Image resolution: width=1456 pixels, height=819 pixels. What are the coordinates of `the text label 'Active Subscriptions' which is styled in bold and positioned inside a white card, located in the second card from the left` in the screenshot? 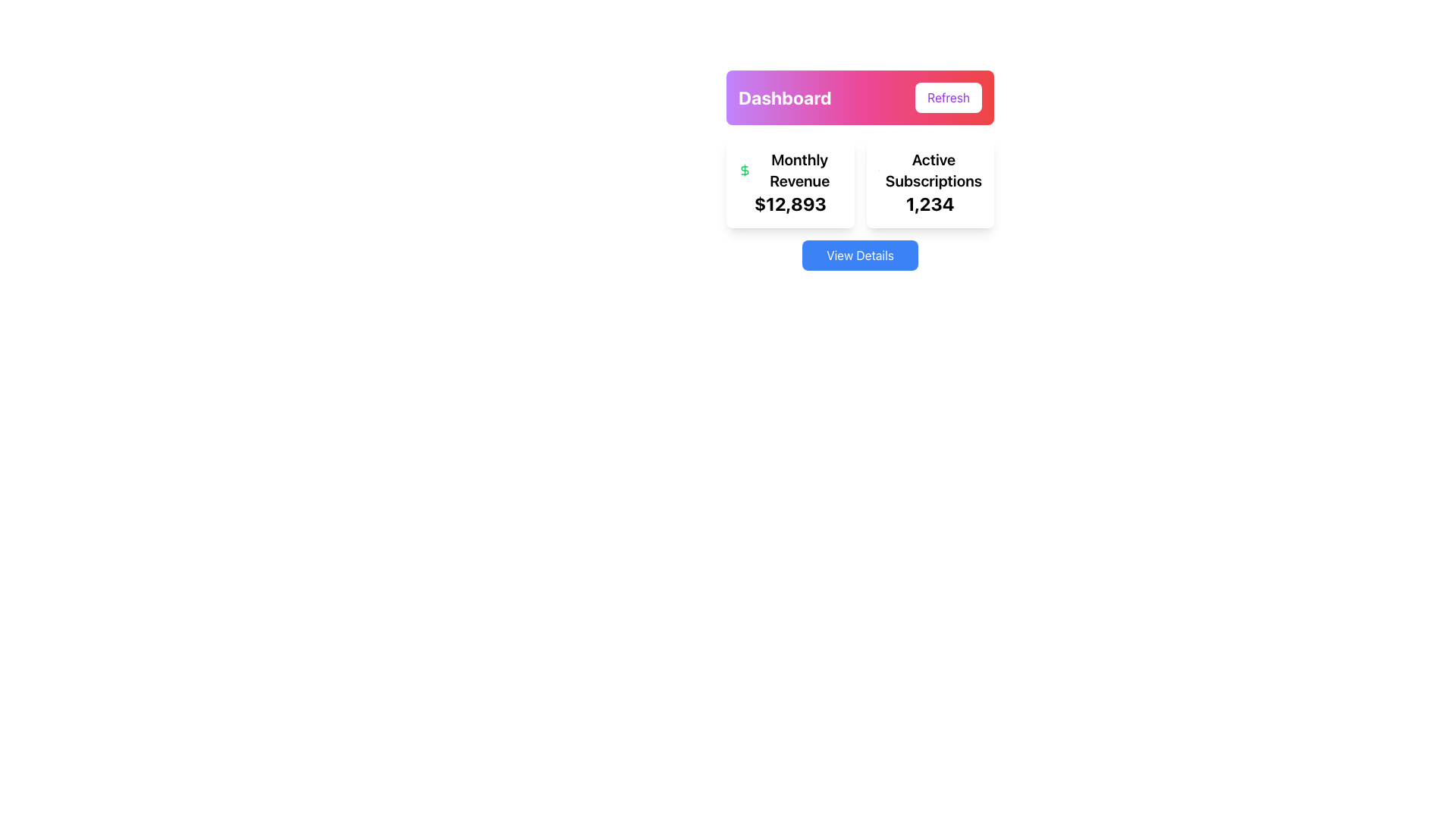 It's located at (933, 170).